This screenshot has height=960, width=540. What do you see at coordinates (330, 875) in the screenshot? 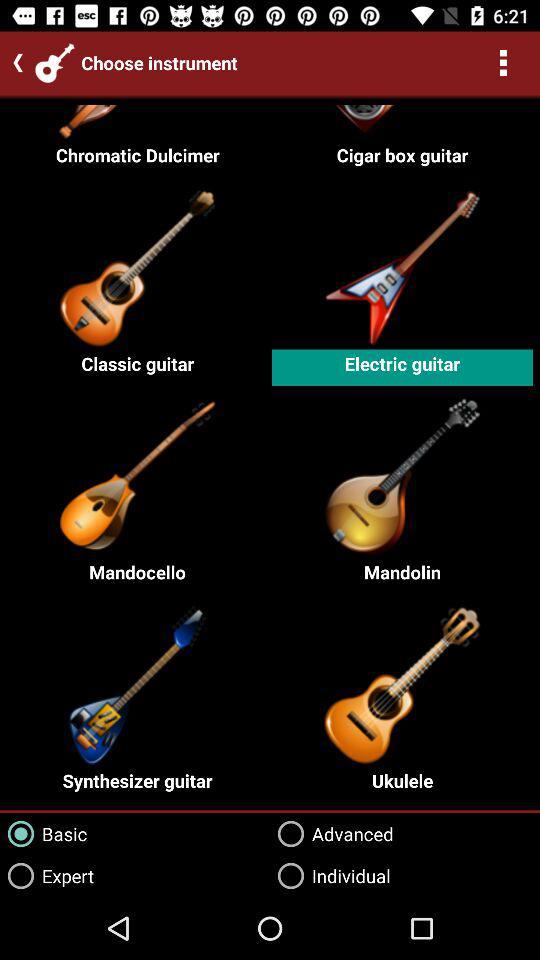
I see `icon next to the expert icon` at bounding box center [330, 875].